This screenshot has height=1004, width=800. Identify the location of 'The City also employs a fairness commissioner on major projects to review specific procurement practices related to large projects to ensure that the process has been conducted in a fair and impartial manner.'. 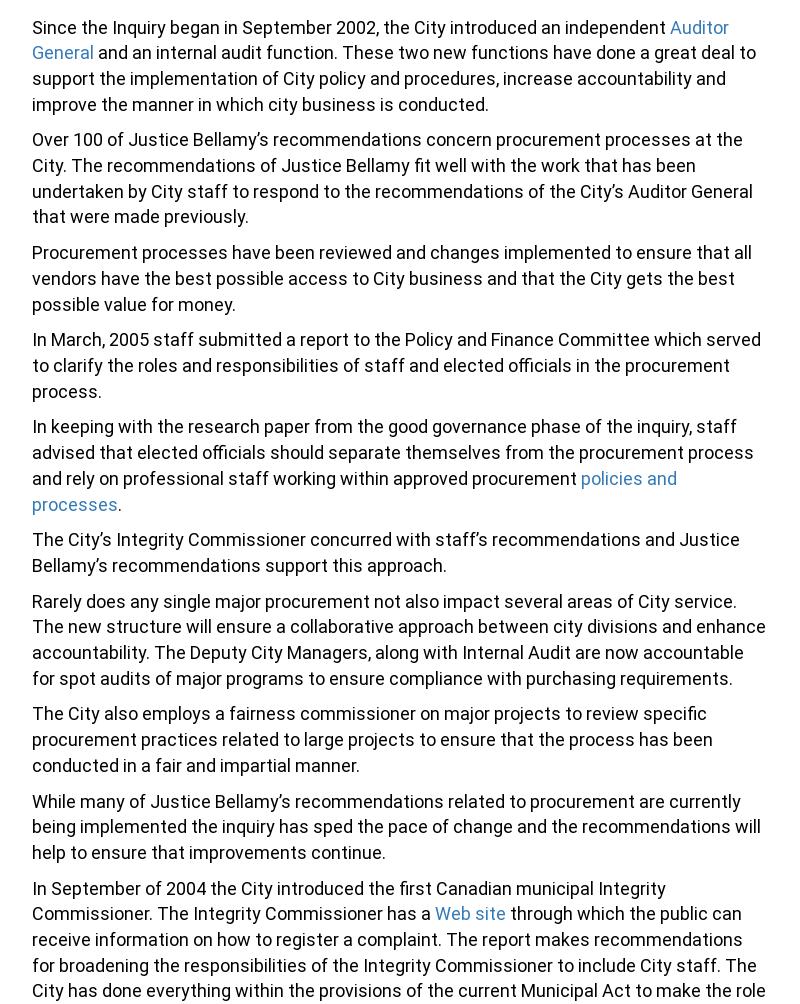
(371, 738).